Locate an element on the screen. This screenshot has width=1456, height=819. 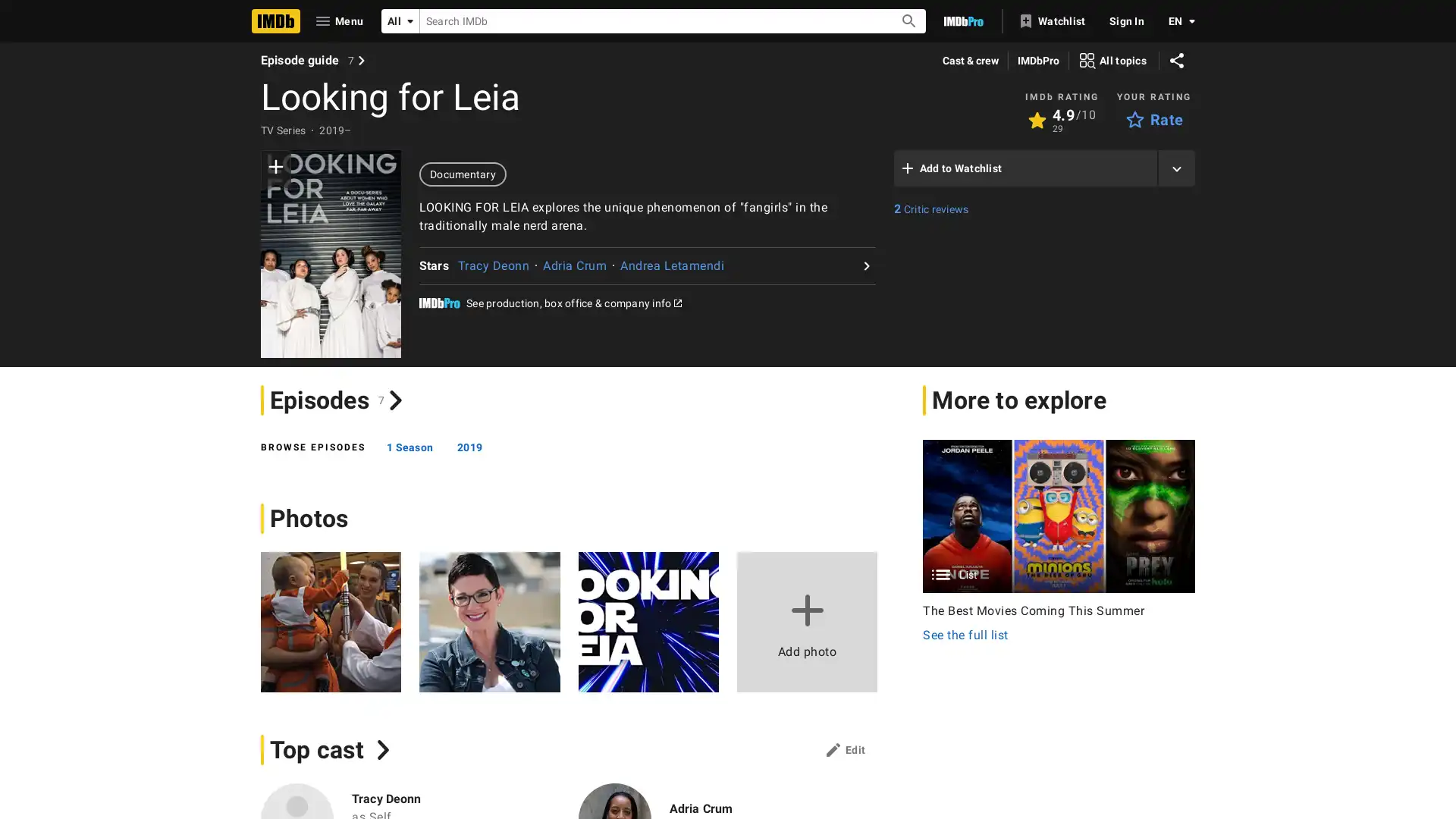
All is located at coordinates (400, 20).